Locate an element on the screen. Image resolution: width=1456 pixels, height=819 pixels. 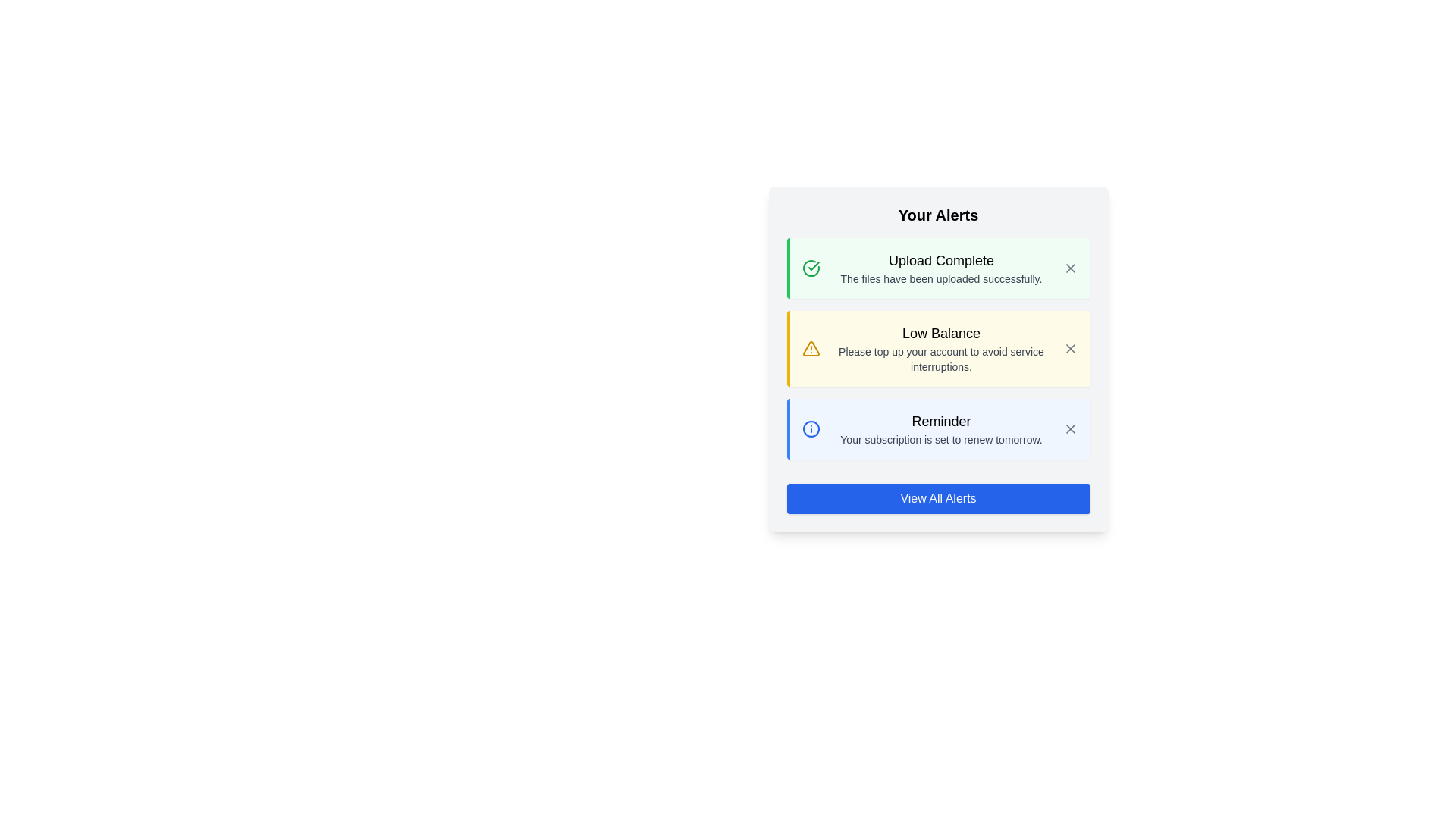
the static text heading at the top of the notification card, which indicates the context or purpose of the information presented below is located at coordinates (937, 215).